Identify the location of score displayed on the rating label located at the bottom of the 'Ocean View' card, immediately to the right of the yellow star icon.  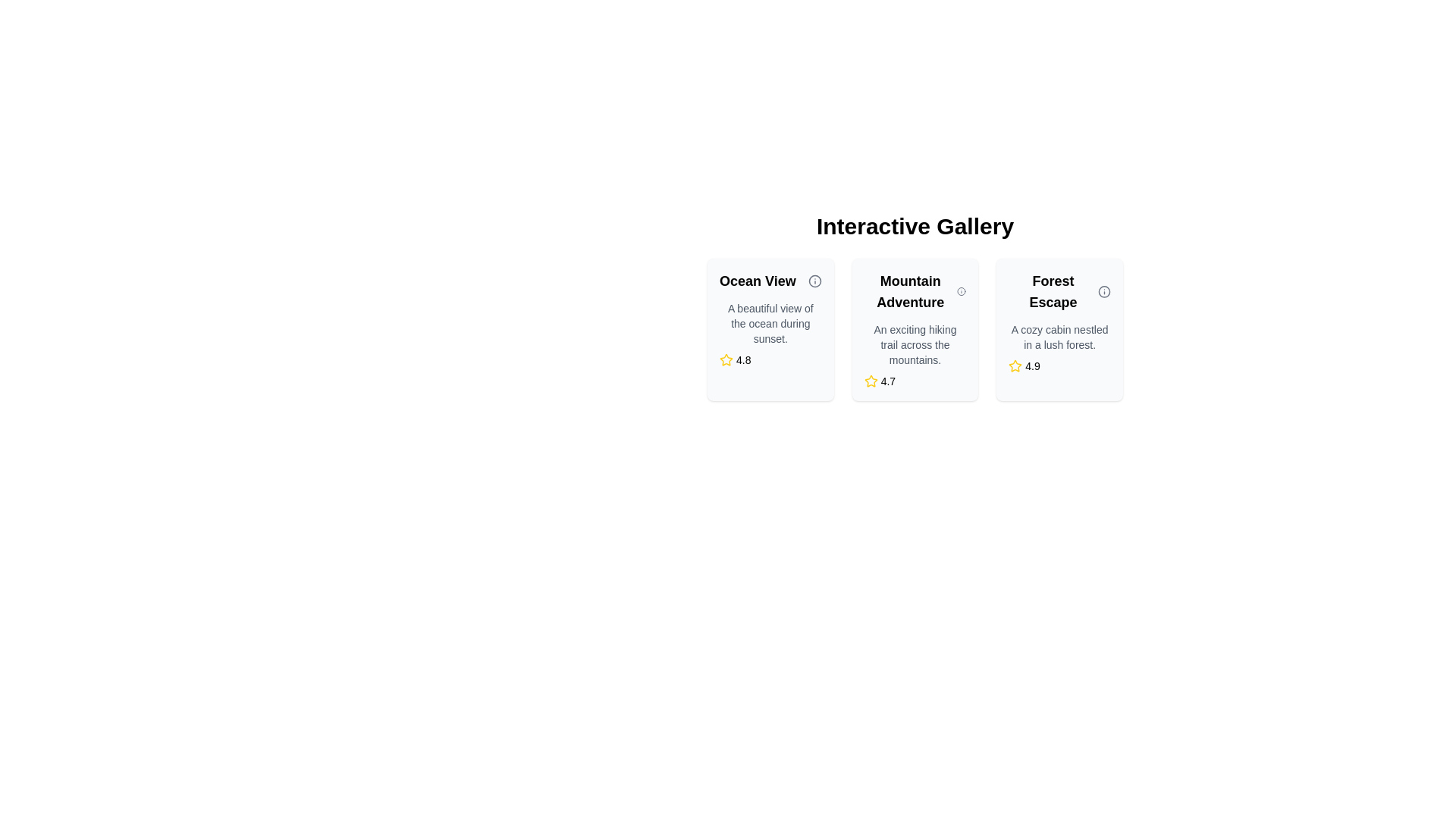
(743, 359).